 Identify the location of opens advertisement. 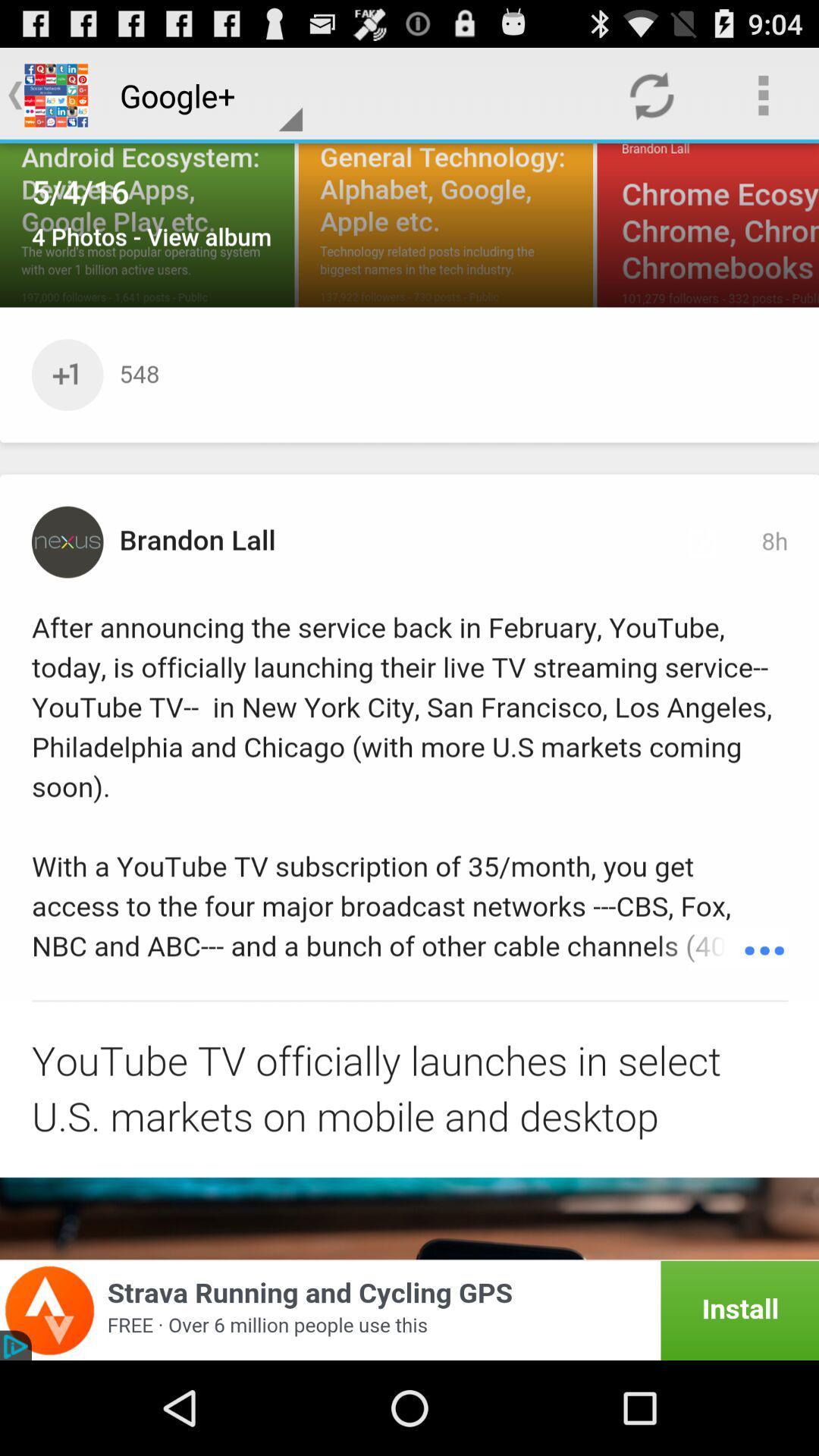
(409, 1310).